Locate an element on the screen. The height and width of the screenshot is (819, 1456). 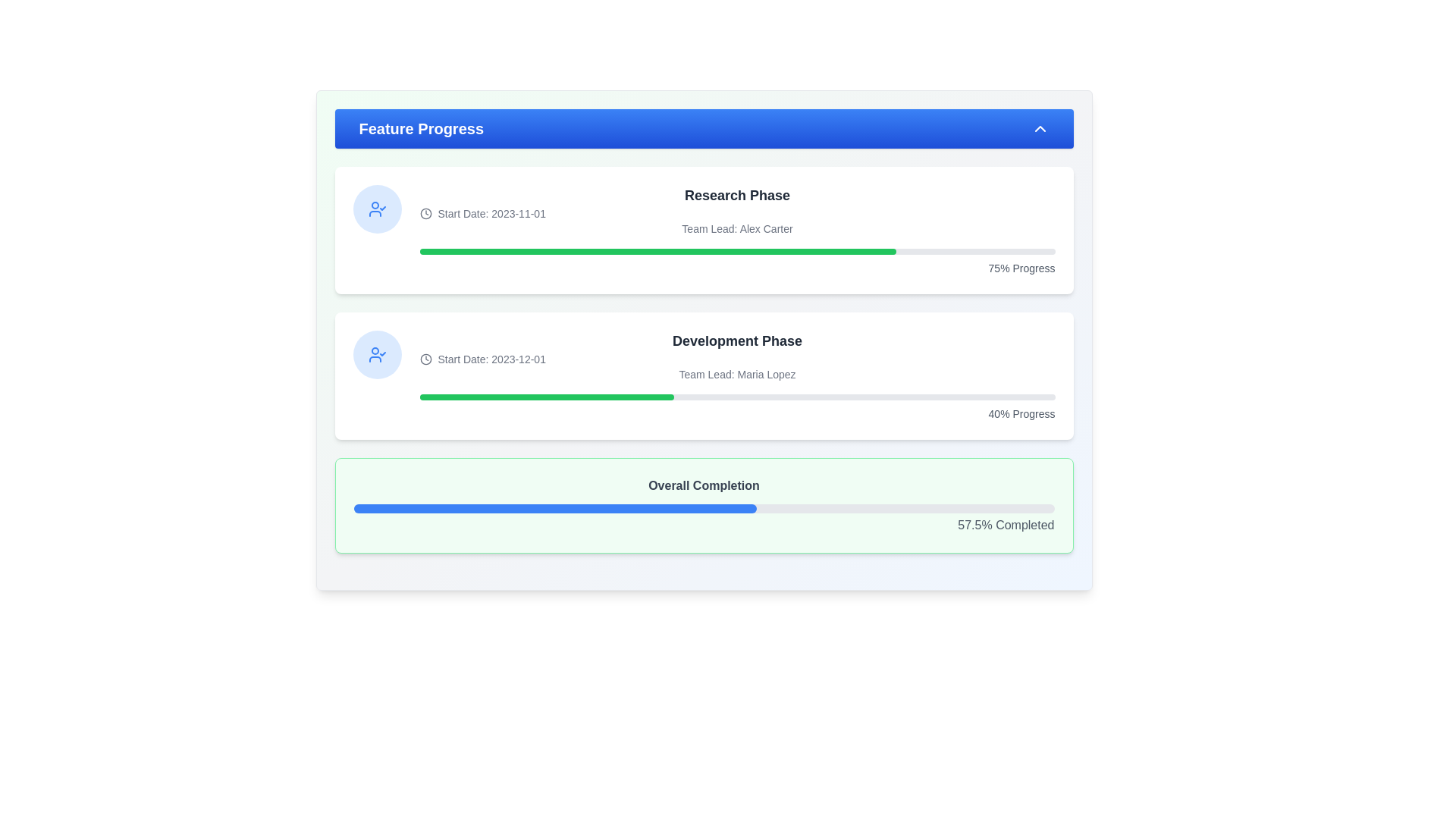
the progress bar located below the text 'Team Lead: Alex Carter' in the 'Research Phase' section is located at coordinates (737, 250).